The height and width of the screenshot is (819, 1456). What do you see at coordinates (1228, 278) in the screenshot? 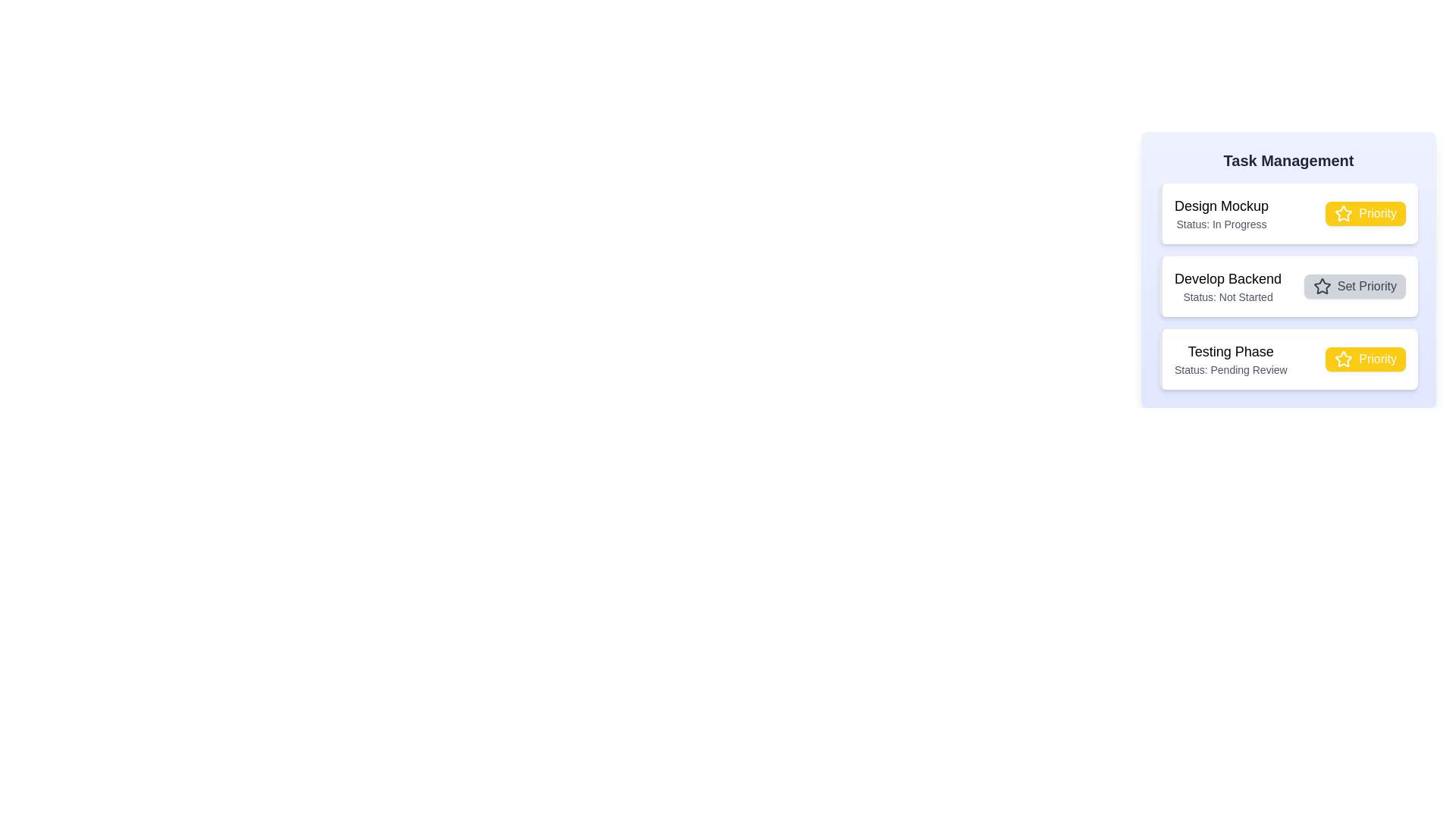
I see `the task titled Develop Backend` at bounding box center [1228, 278].